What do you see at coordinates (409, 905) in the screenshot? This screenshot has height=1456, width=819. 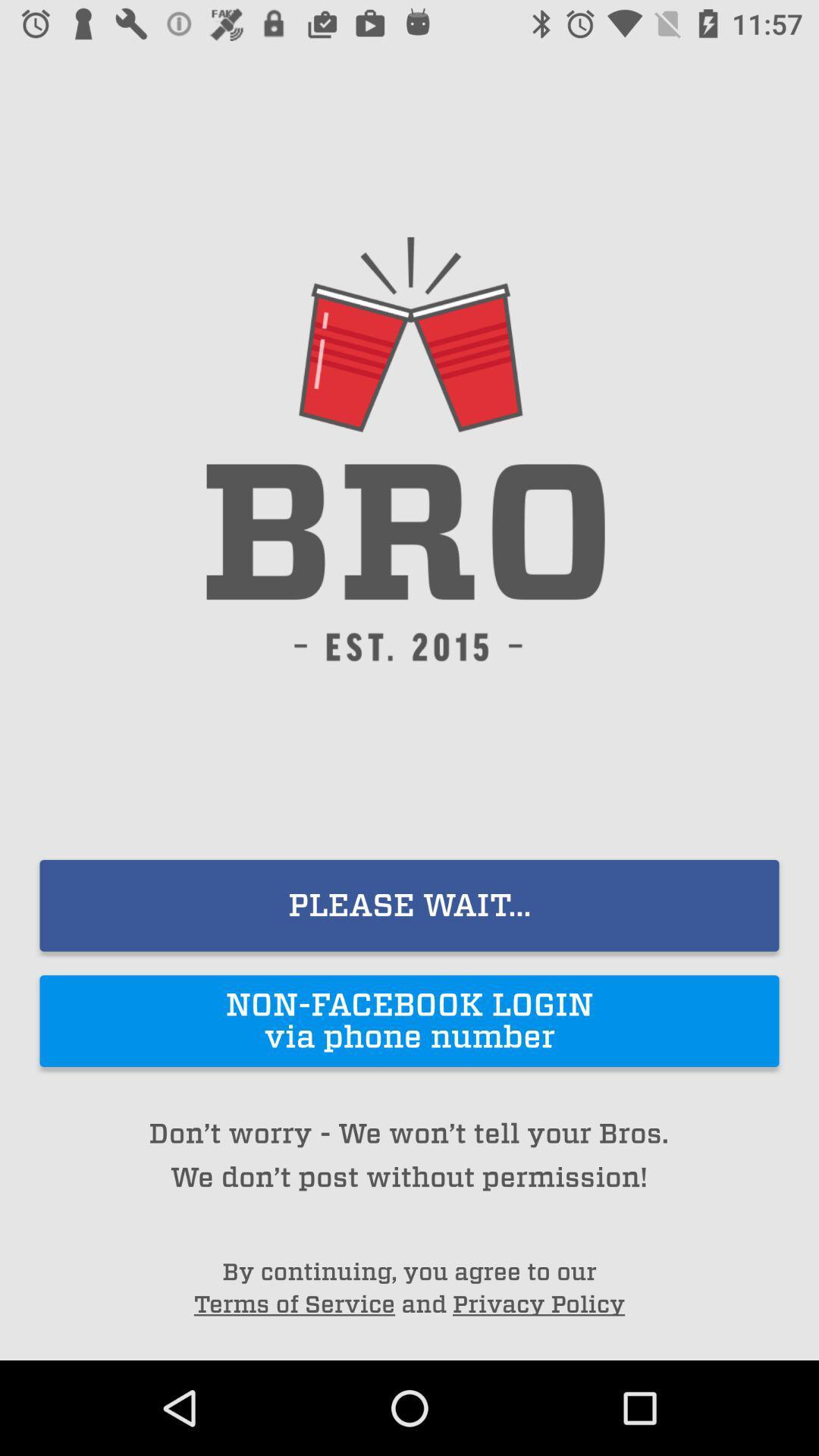 I see `icon at the center` at bounding box center [409, 905].